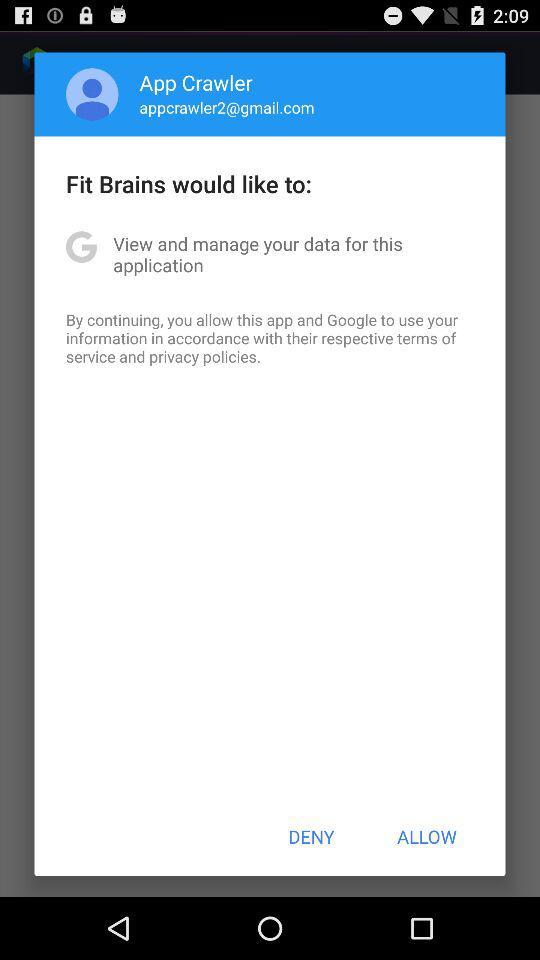 This screenshot has width=540, height=960. What do you see at coordinates (91, 94) in the screenshot?
I see `icon to the left of app crawler item` at bounding box center [91, 94].